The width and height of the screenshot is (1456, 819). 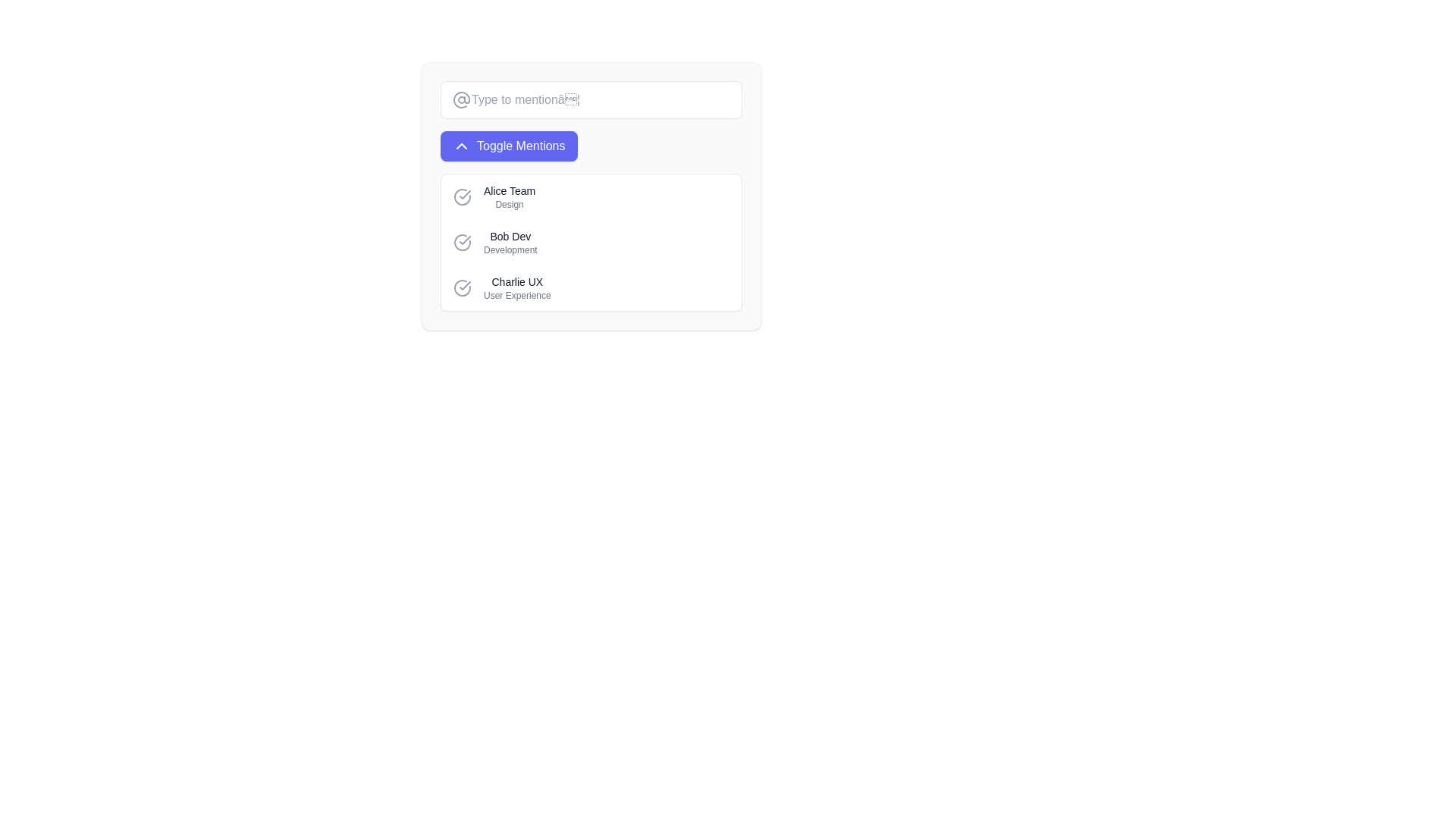 I want to click on the text label displaying 'Bob Dev', so click(x=510, y=237).